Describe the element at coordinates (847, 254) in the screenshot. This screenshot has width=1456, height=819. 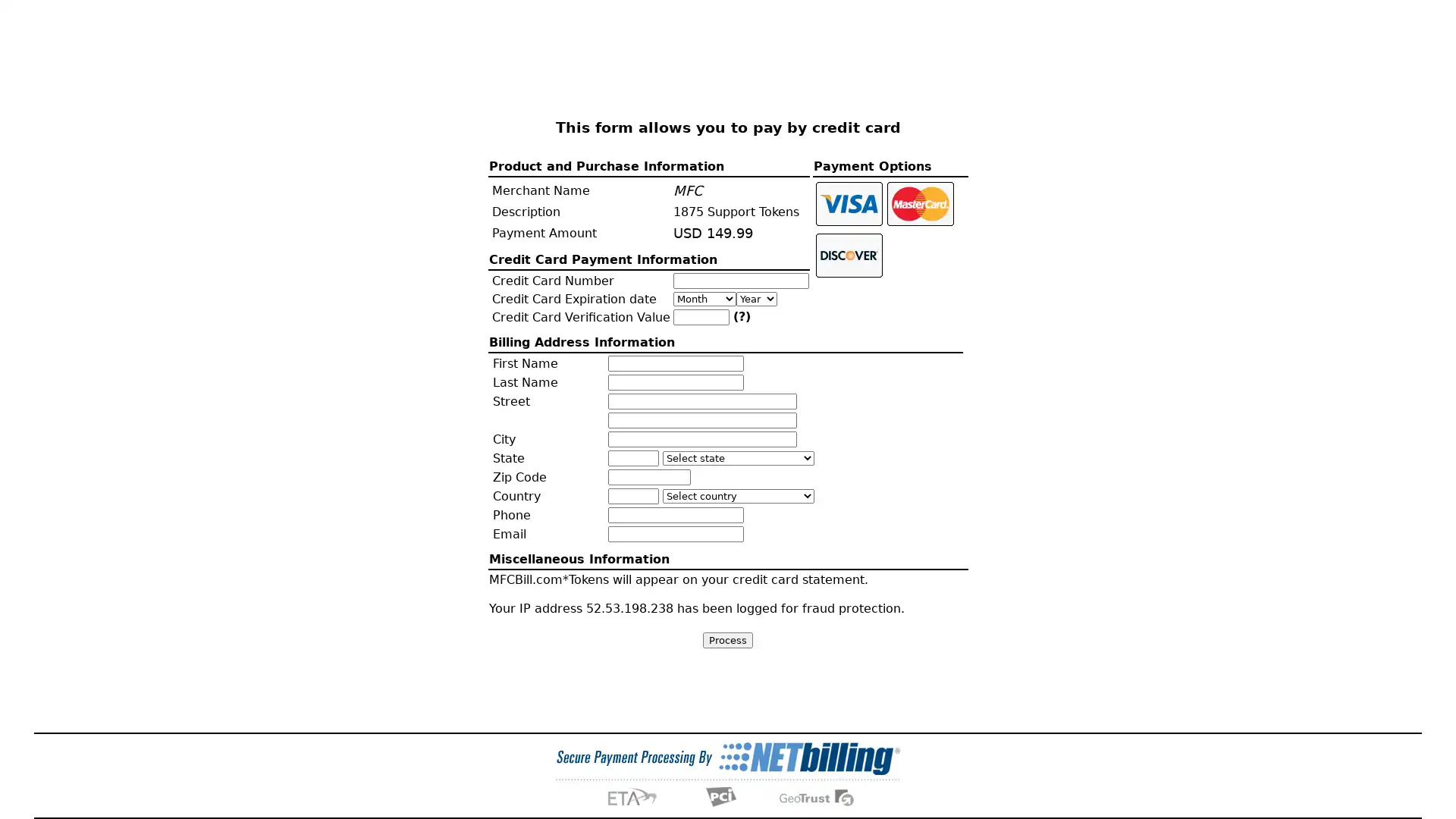
I see `Click to pay with Discover card` at that location.